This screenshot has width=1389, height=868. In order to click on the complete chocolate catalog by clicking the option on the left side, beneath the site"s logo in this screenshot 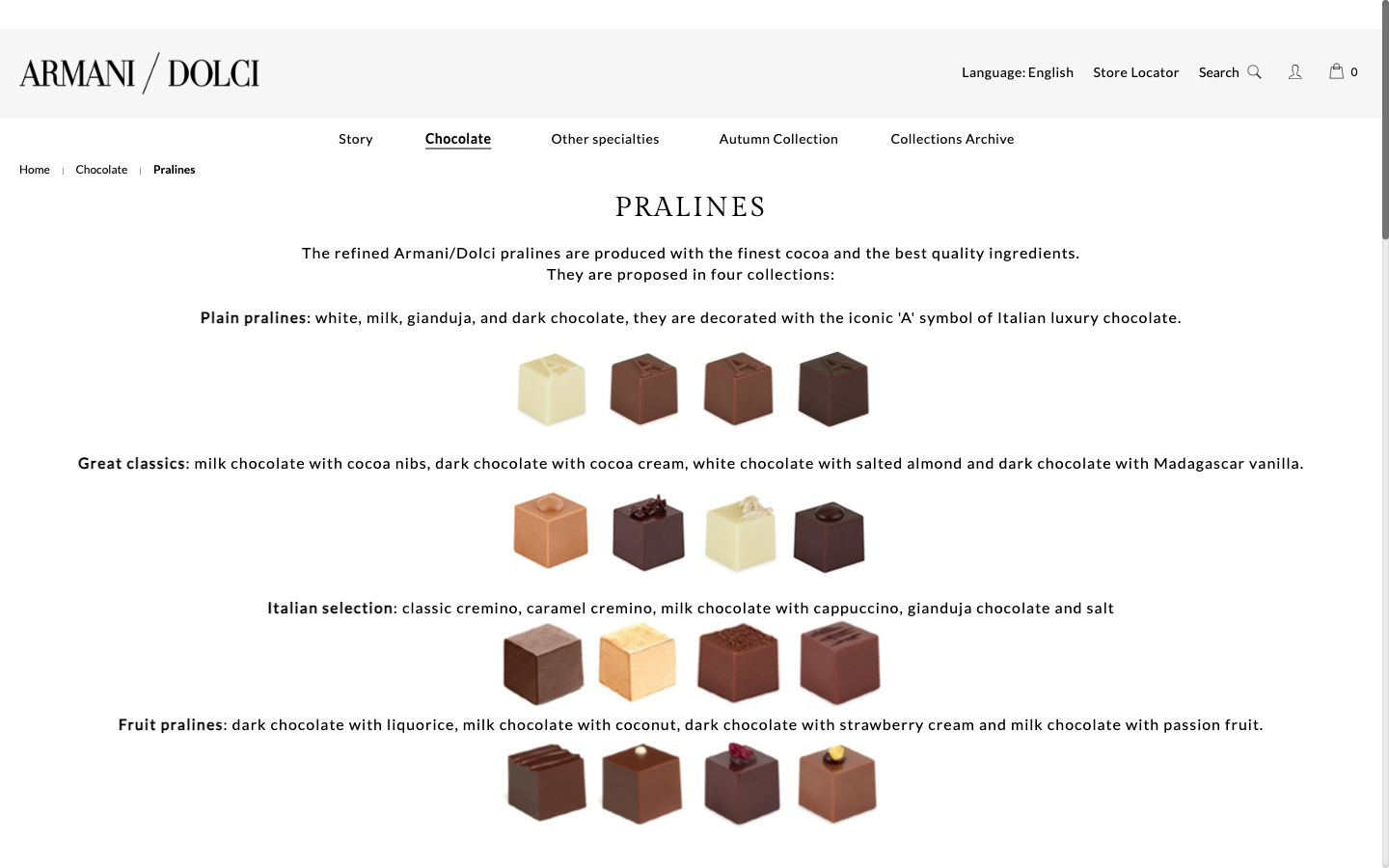, I will do `click(101, 169)`.